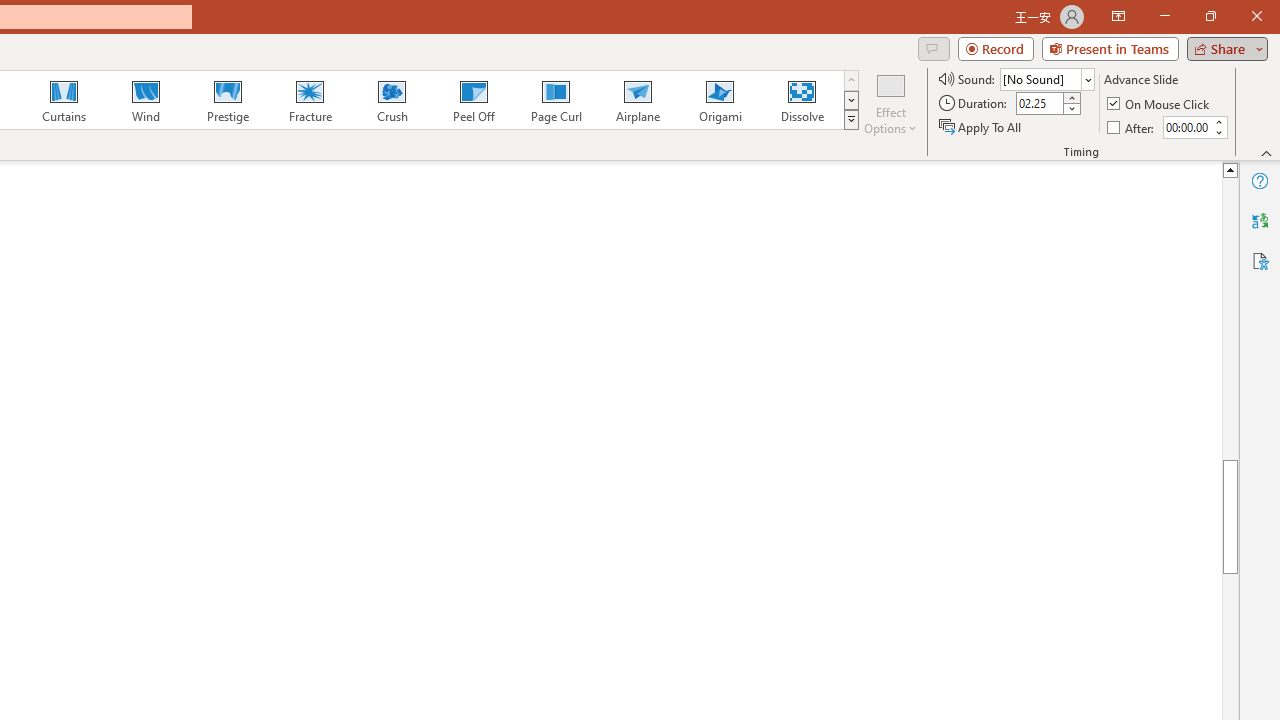  I want to click on 'Peel Off', so click(472, 100).